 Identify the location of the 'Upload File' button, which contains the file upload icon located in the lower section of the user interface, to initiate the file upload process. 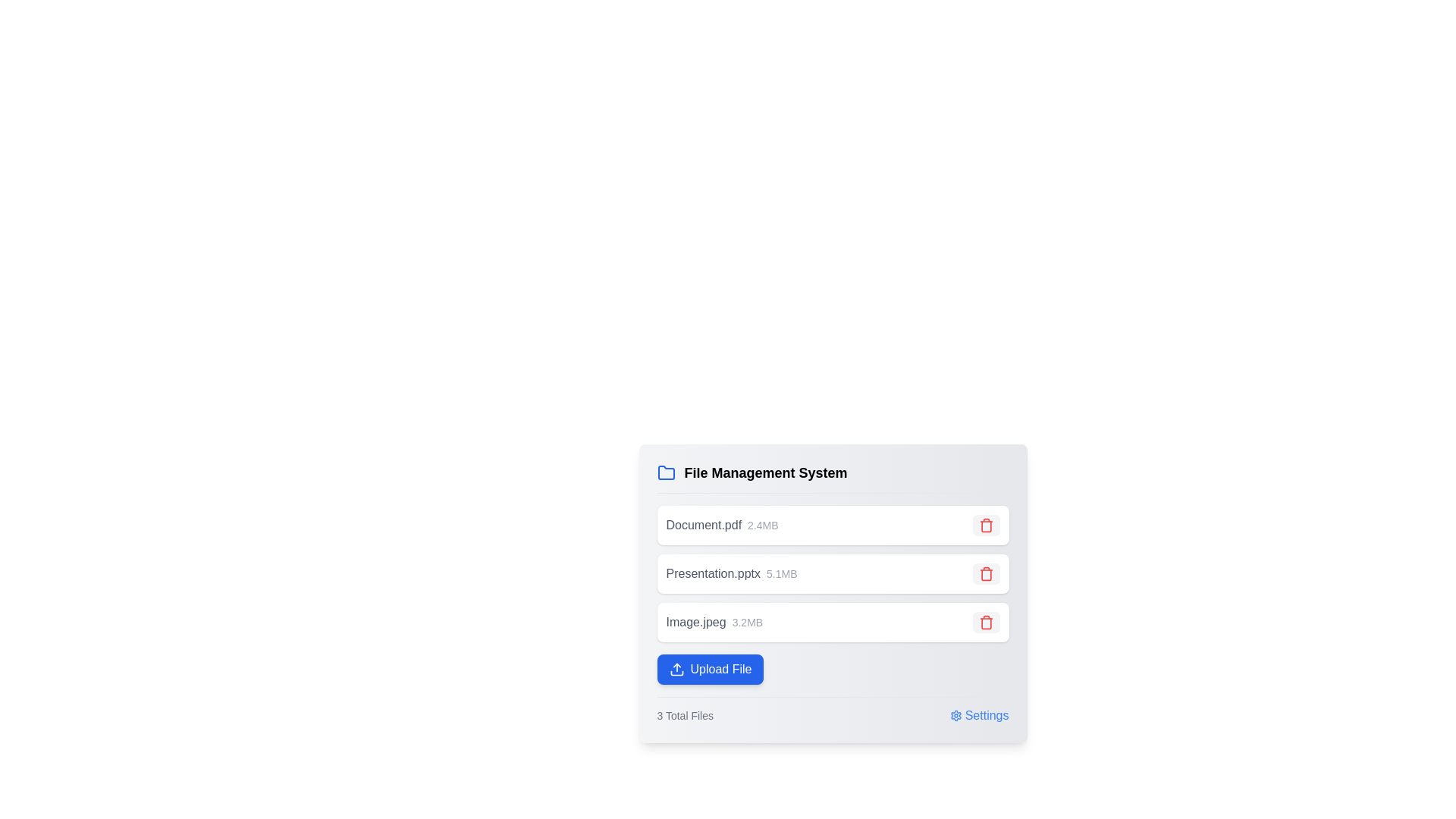
(676, 669).